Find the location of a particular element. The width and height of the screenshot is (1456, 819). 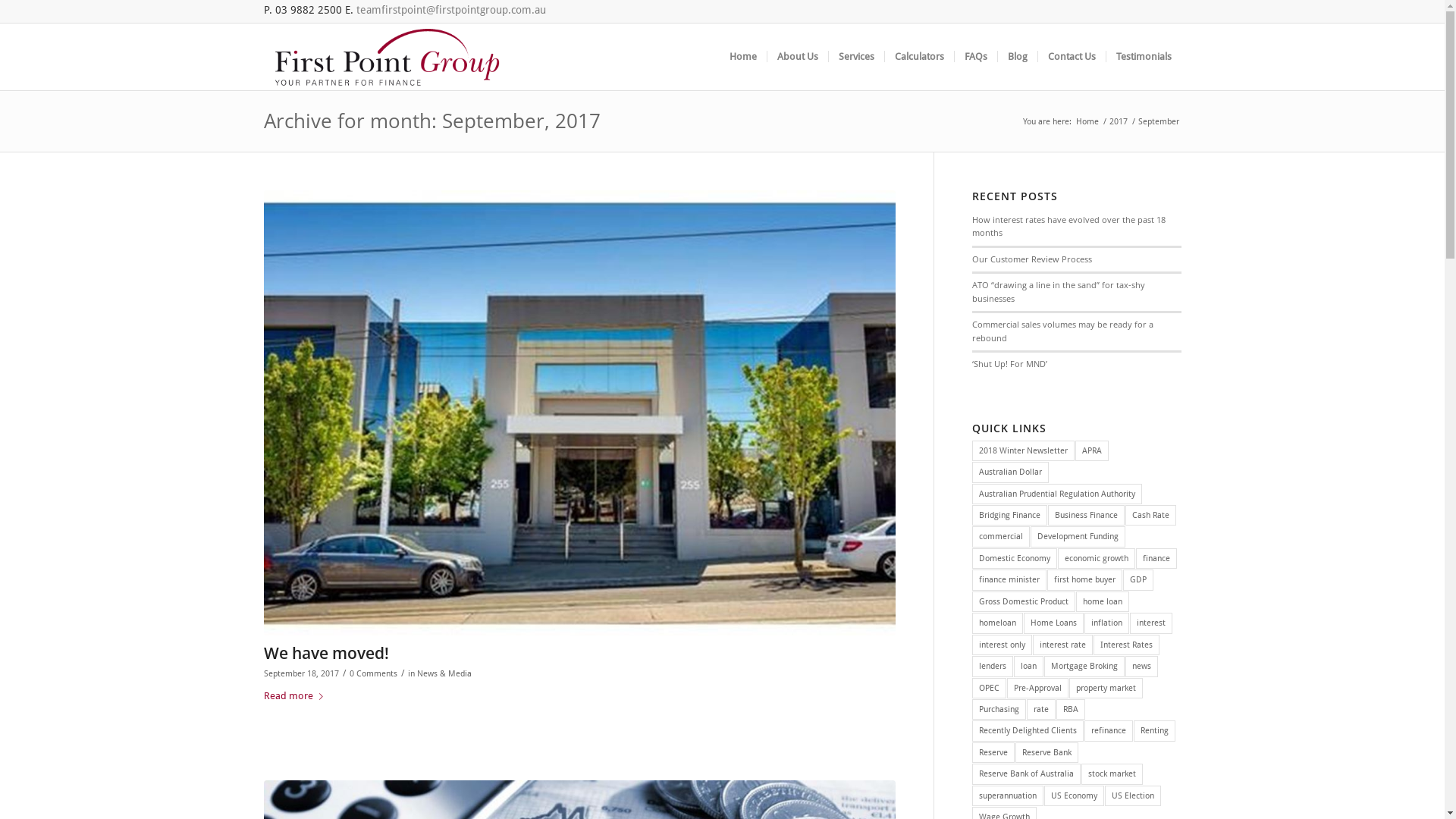

'stock market' is located at coordinates (1112, 773).